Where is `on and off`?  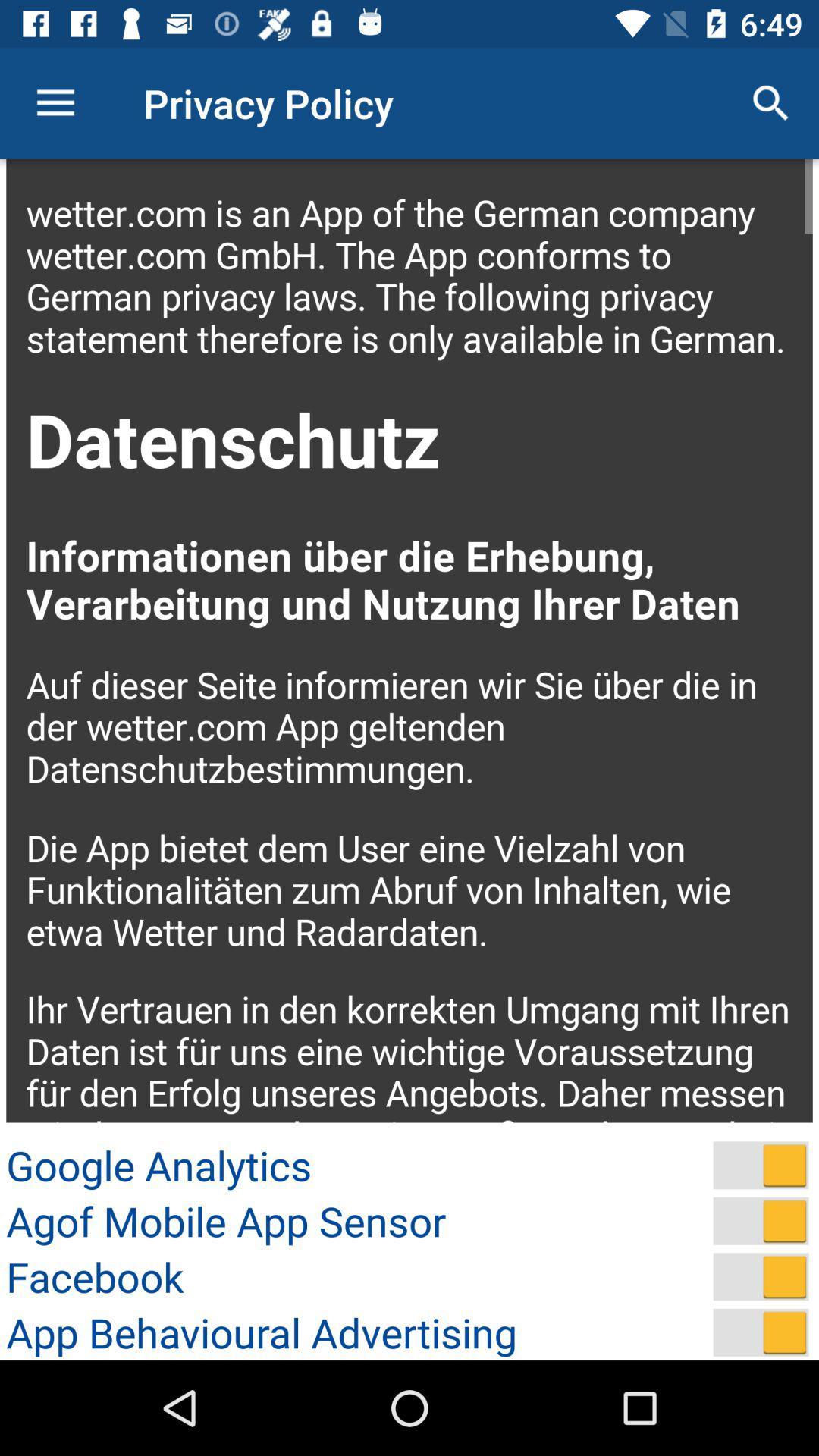 on and off is located at coordinates (761, 1221).